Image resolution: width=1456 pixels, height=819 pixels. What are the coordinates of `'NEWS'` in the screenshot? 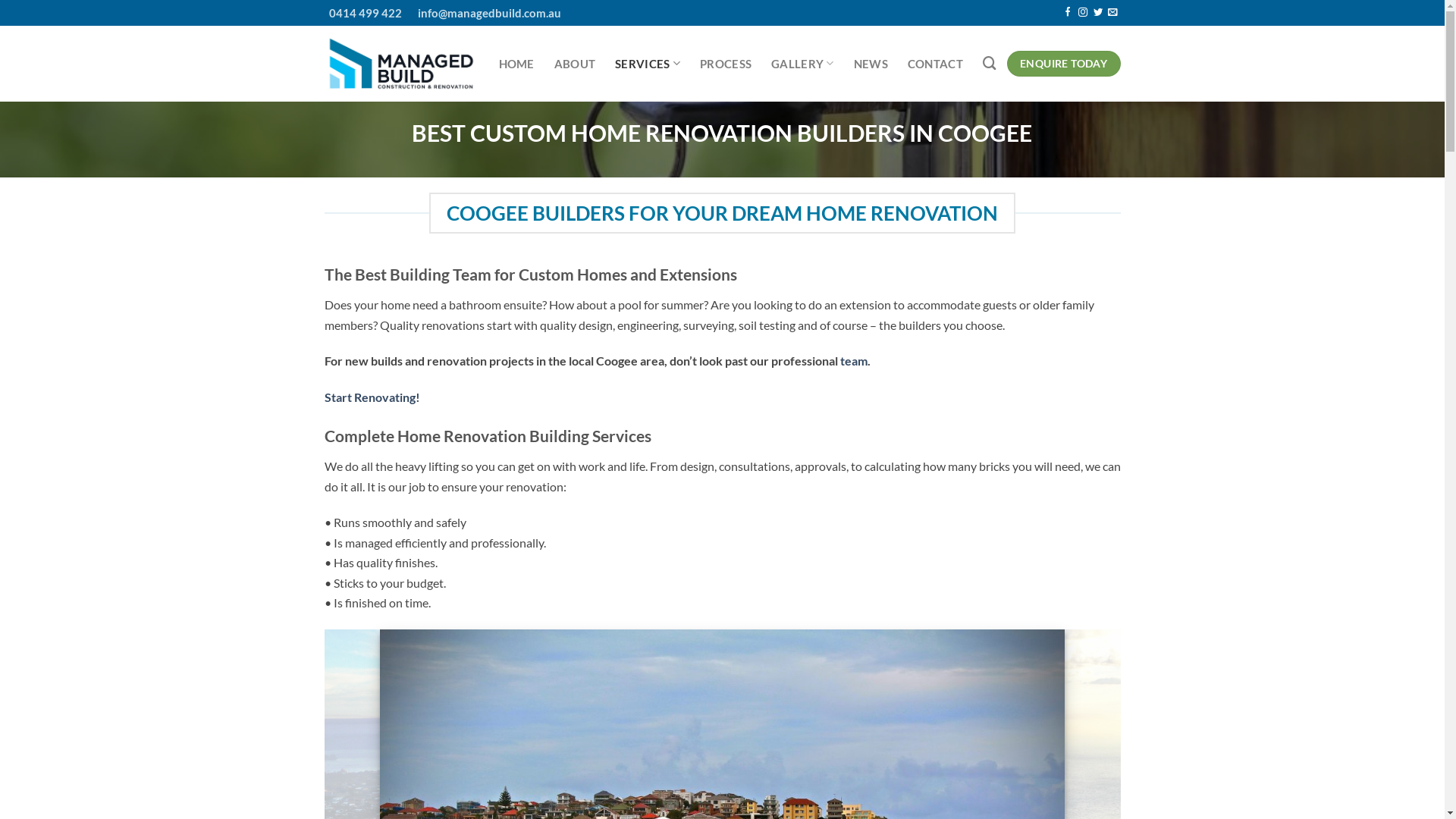 It's located at (871, 63).